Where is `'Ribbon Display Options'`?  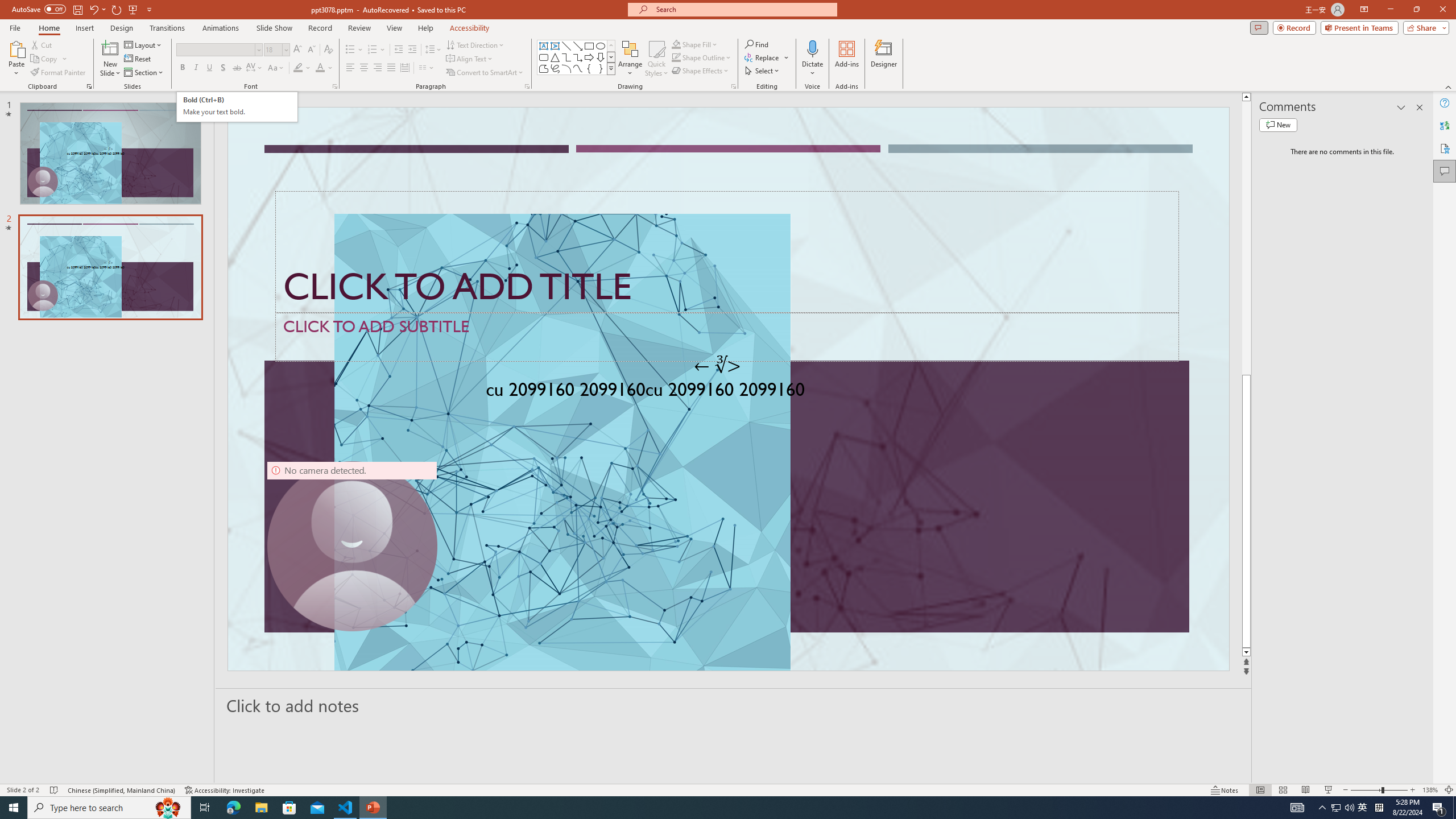
'Ribbon Display Options' is located at coordinates (1363, 9).